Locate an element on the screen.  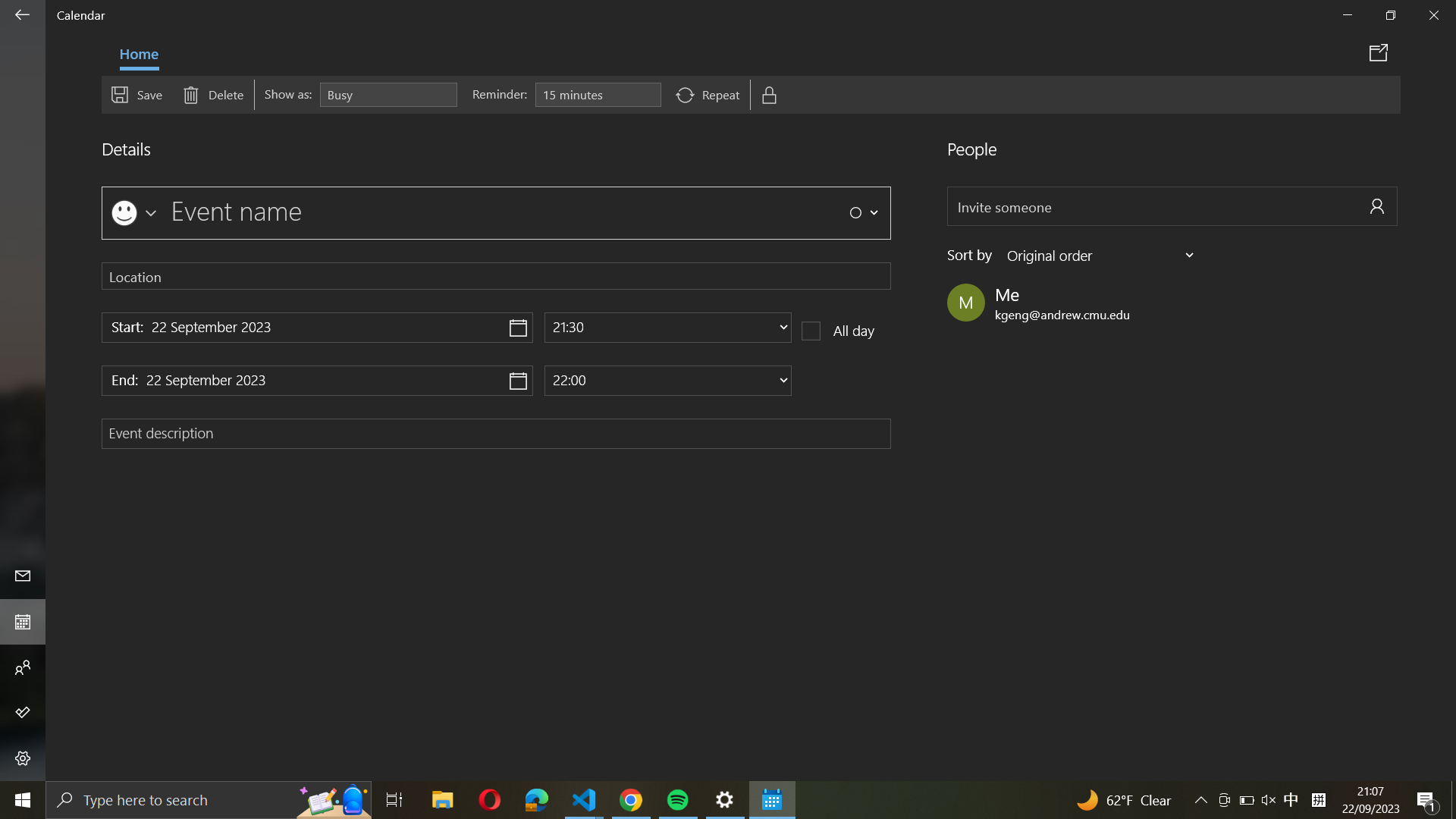
Erase the event by clicking on the delete button is located at coordinates (212, 93).